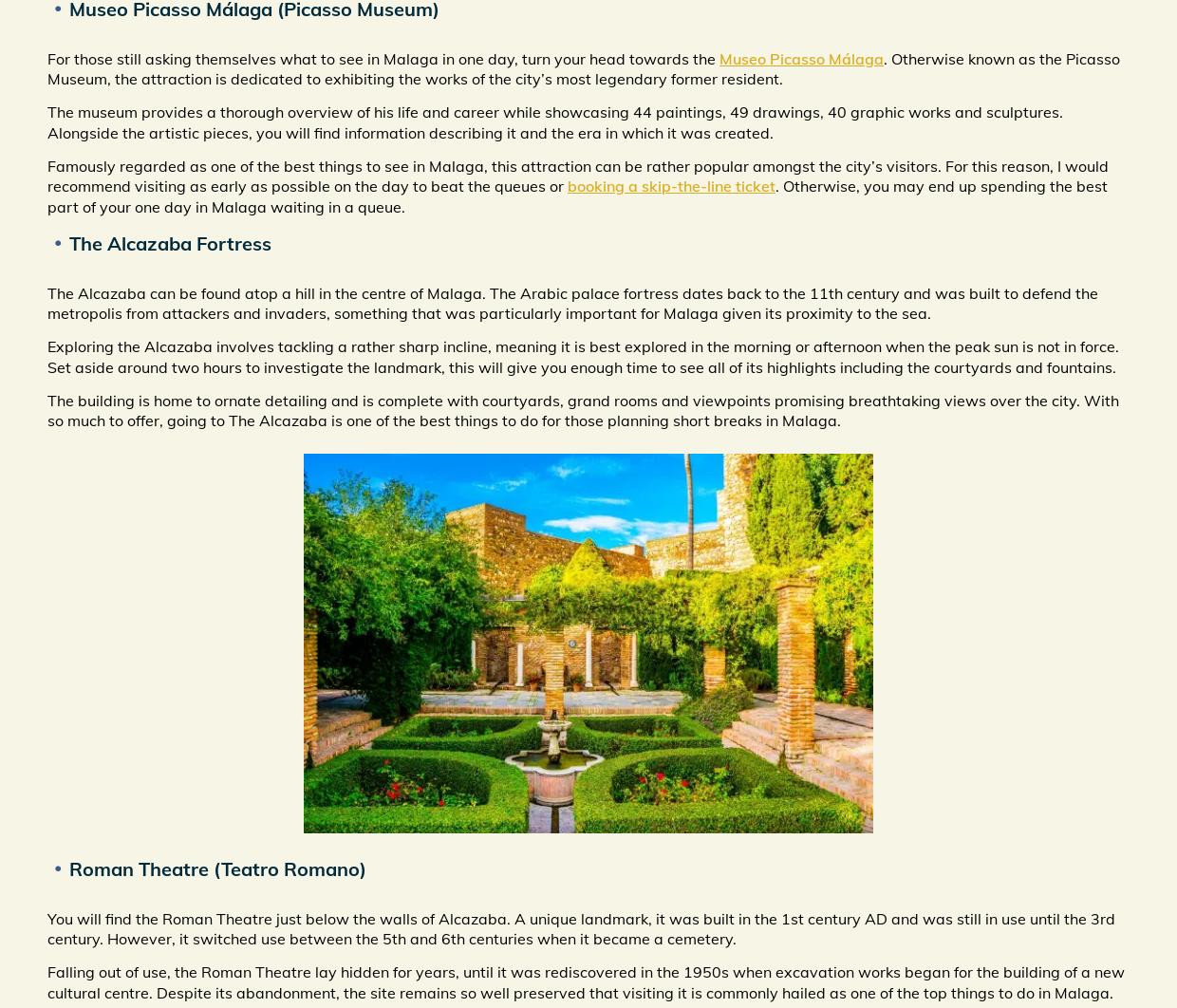 This screenshot has height=1008, width=1177. I want to click on 'The building is home to ornate detailing and is complete with courtyards, grand rooms and viewpoints promising breathtaking views over the city. With so much to offer, going to The Alcazaba is one of the best things to do for those planning short breaks in Malaga.', so click(583, 409).